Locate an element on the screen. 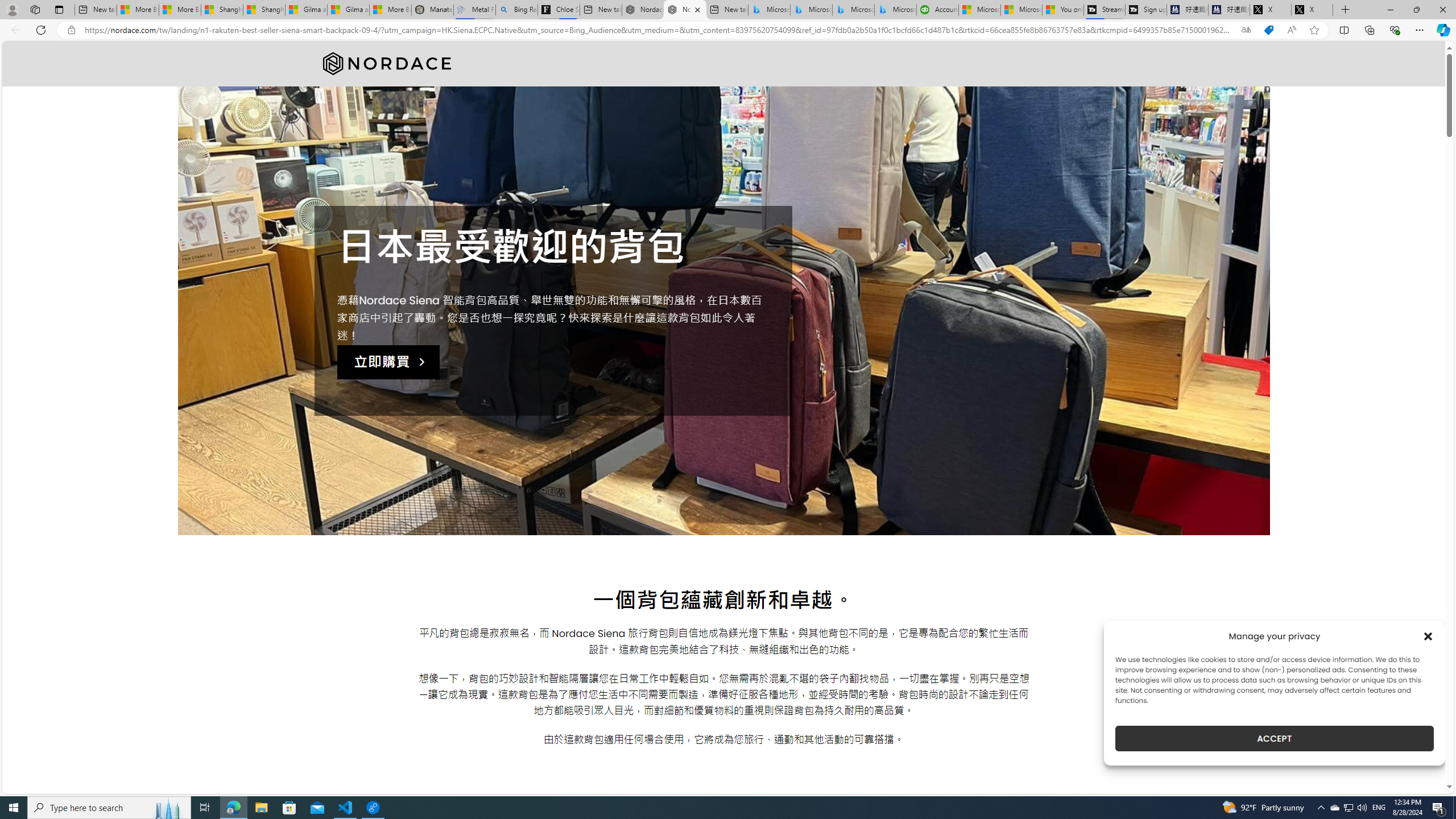 The height and width of the screenshot is (819, 1456). 'Settings and more (Alt+F)' is located at coordinates (1419, 29).